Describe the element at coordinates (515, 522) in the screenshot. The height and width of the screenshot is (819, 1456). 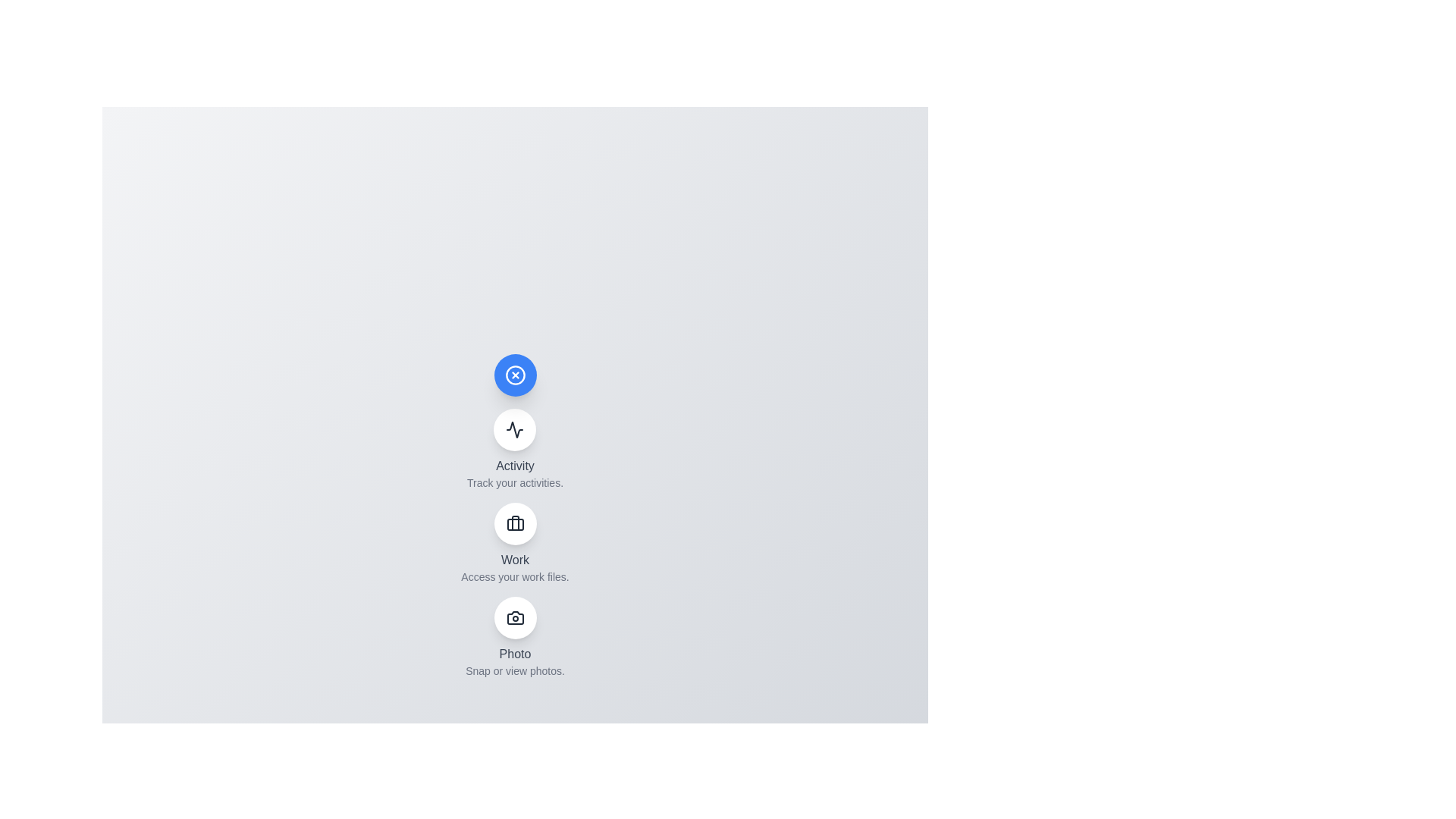
I see `the 'Work' button to access work files` at that location.